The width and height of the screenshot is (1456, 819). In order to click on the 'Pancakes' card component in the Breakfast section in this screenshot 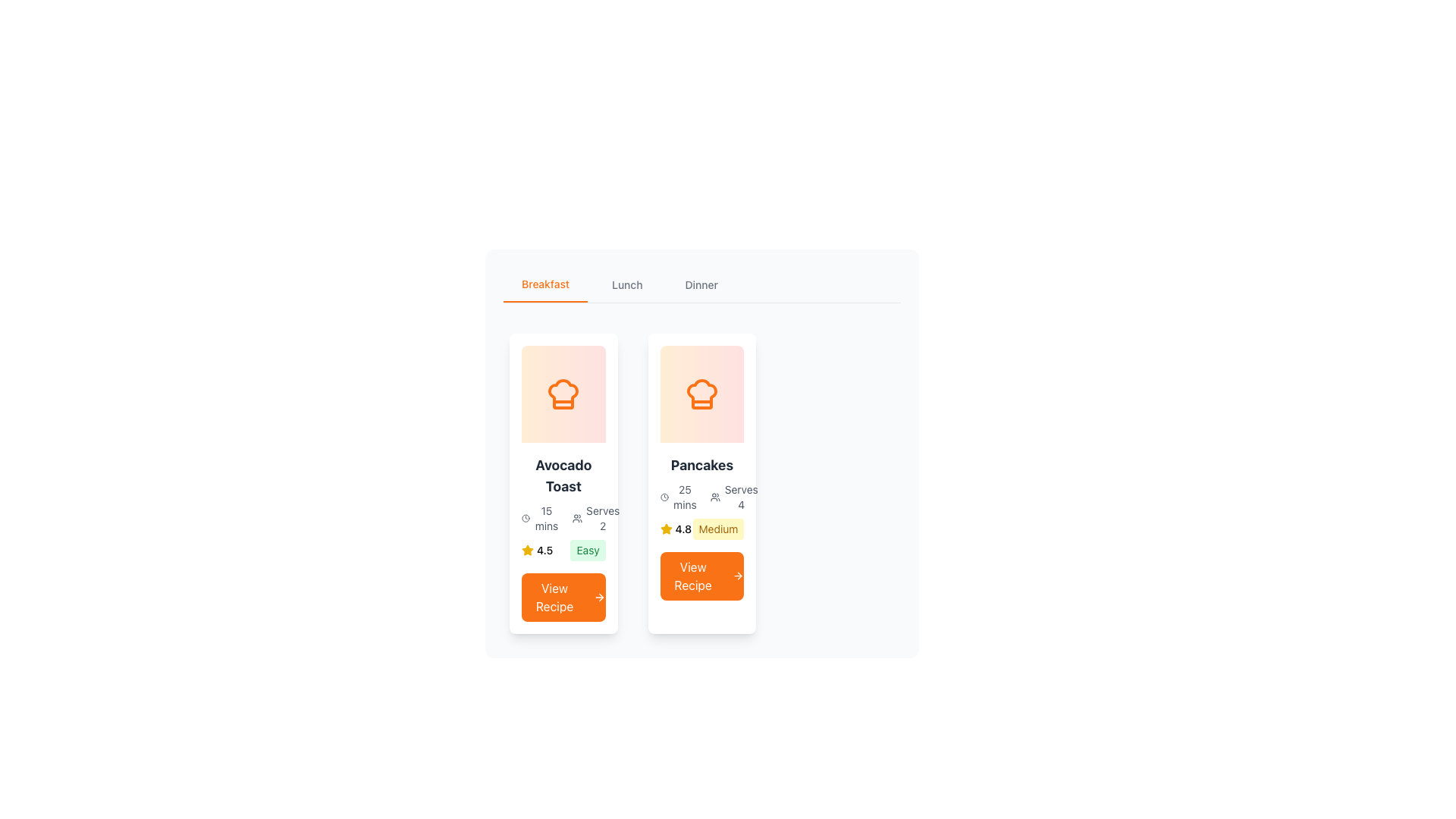, I will do `click(701, 452)`.